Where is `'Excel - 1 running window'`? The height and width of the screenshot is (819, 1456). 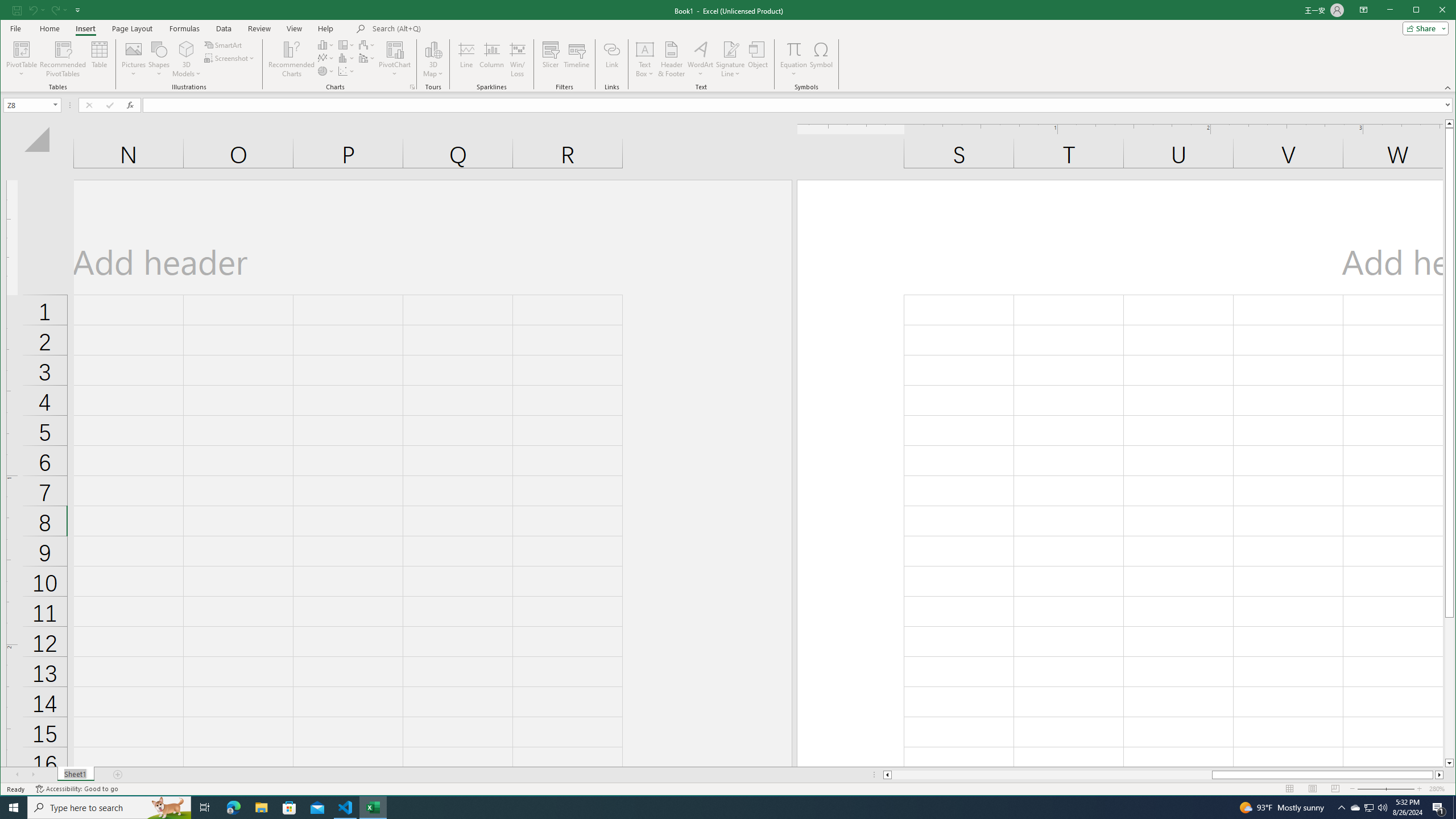 'Excel - 1 running window' is located at coordinates (373, 806).